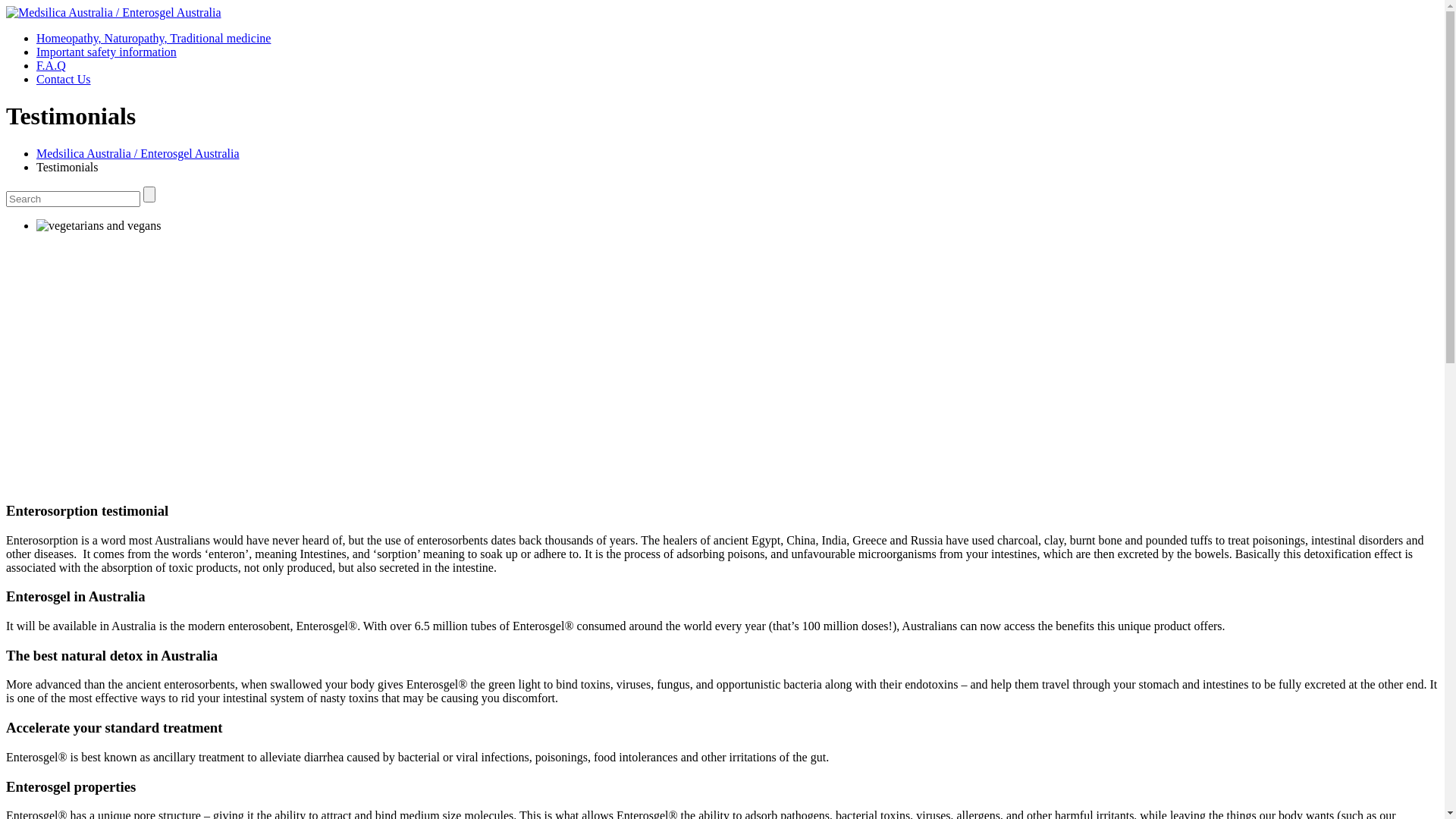 The width and height of the screenshot is (1456, 819). I want to click on 'Important safety information', so click(105, 51).